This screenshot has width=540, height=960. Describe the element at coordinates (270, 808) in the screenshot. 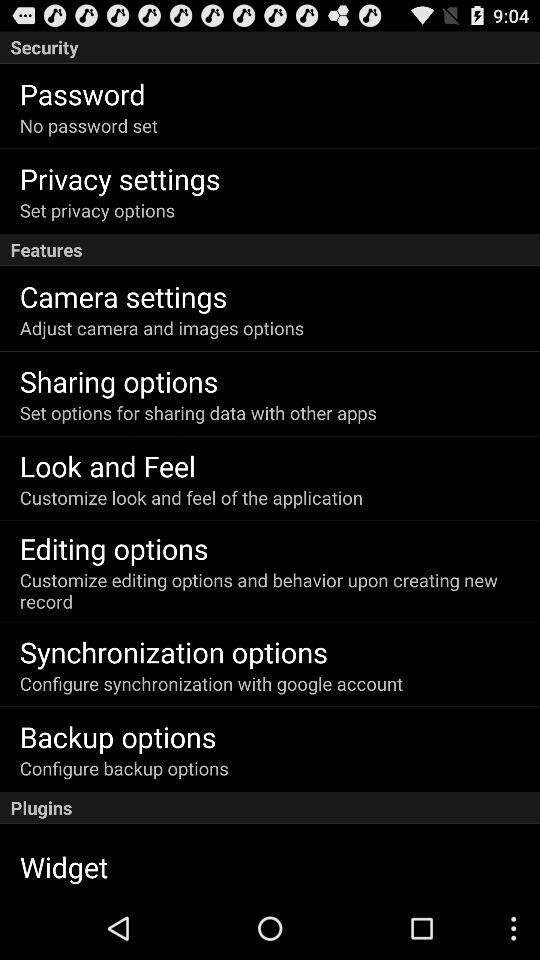

I see `the plugins item` at that location.